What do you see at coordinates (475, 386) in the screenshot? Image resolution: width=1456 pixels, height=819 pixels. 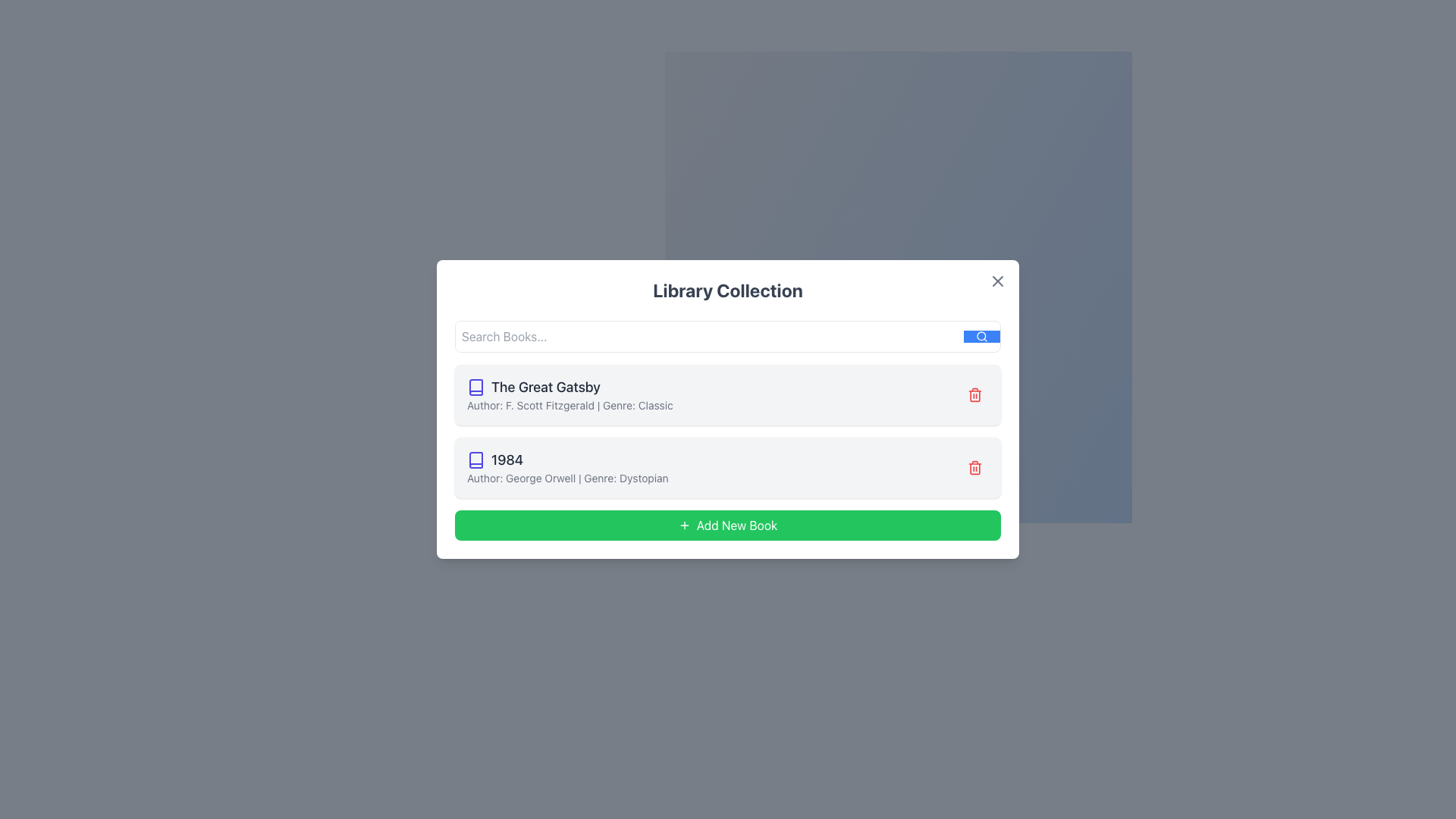 I see `the decorative icon representing the book item located to the left of the text 'The Great Gatsby.'` at bounding box center [475, 386].